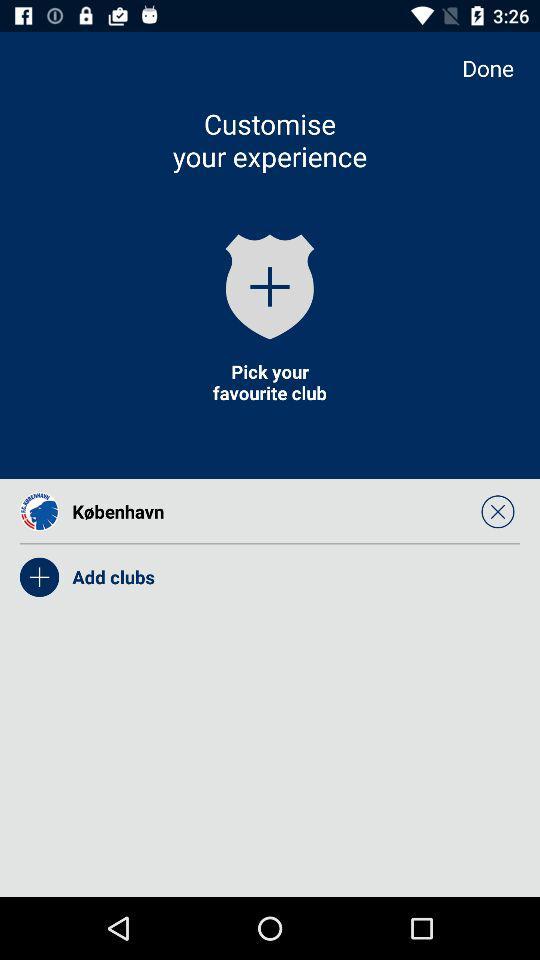  I want to click on the done at the top right corner, so click(496, 68).